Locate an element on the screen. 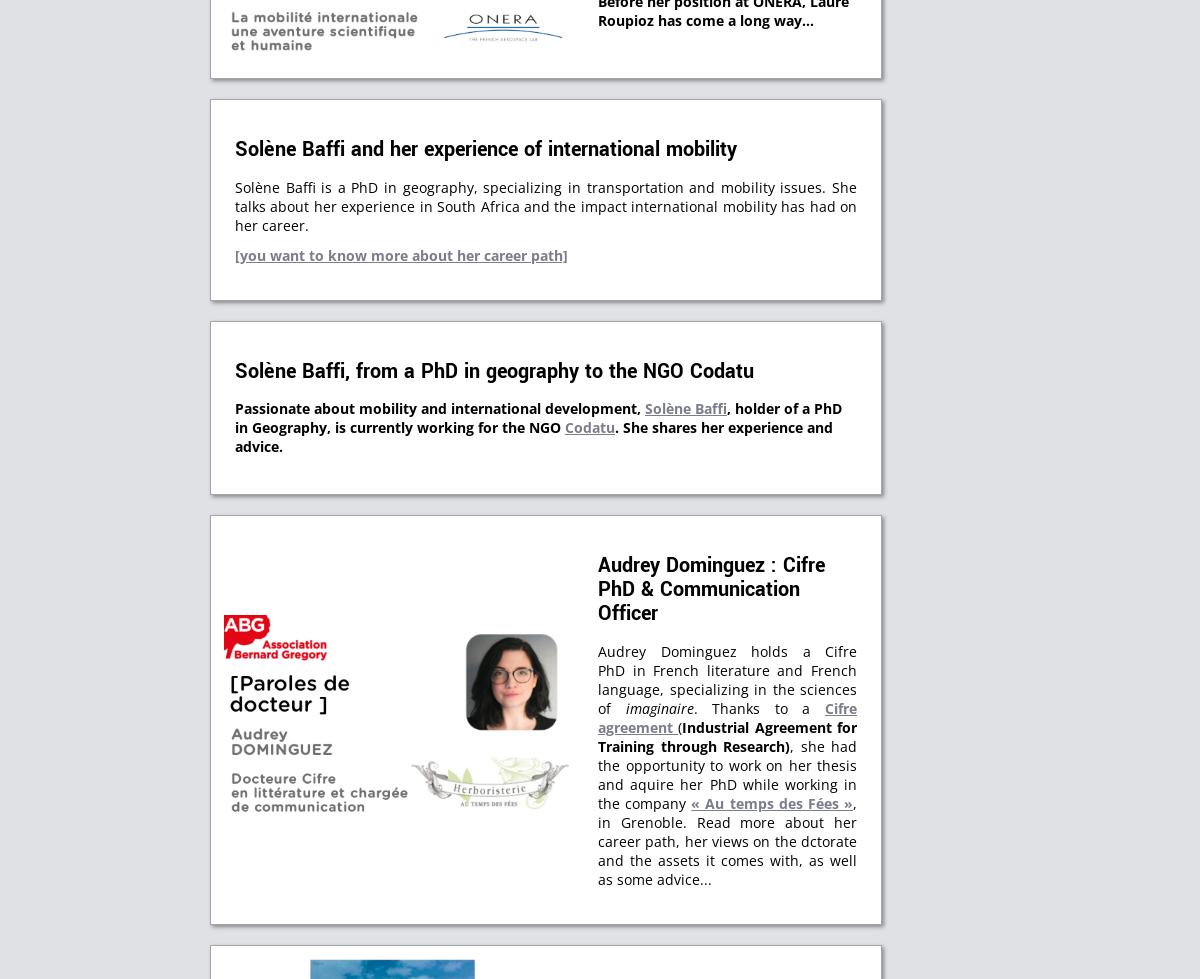  'Codatu' is located at coordinates (589, 427).